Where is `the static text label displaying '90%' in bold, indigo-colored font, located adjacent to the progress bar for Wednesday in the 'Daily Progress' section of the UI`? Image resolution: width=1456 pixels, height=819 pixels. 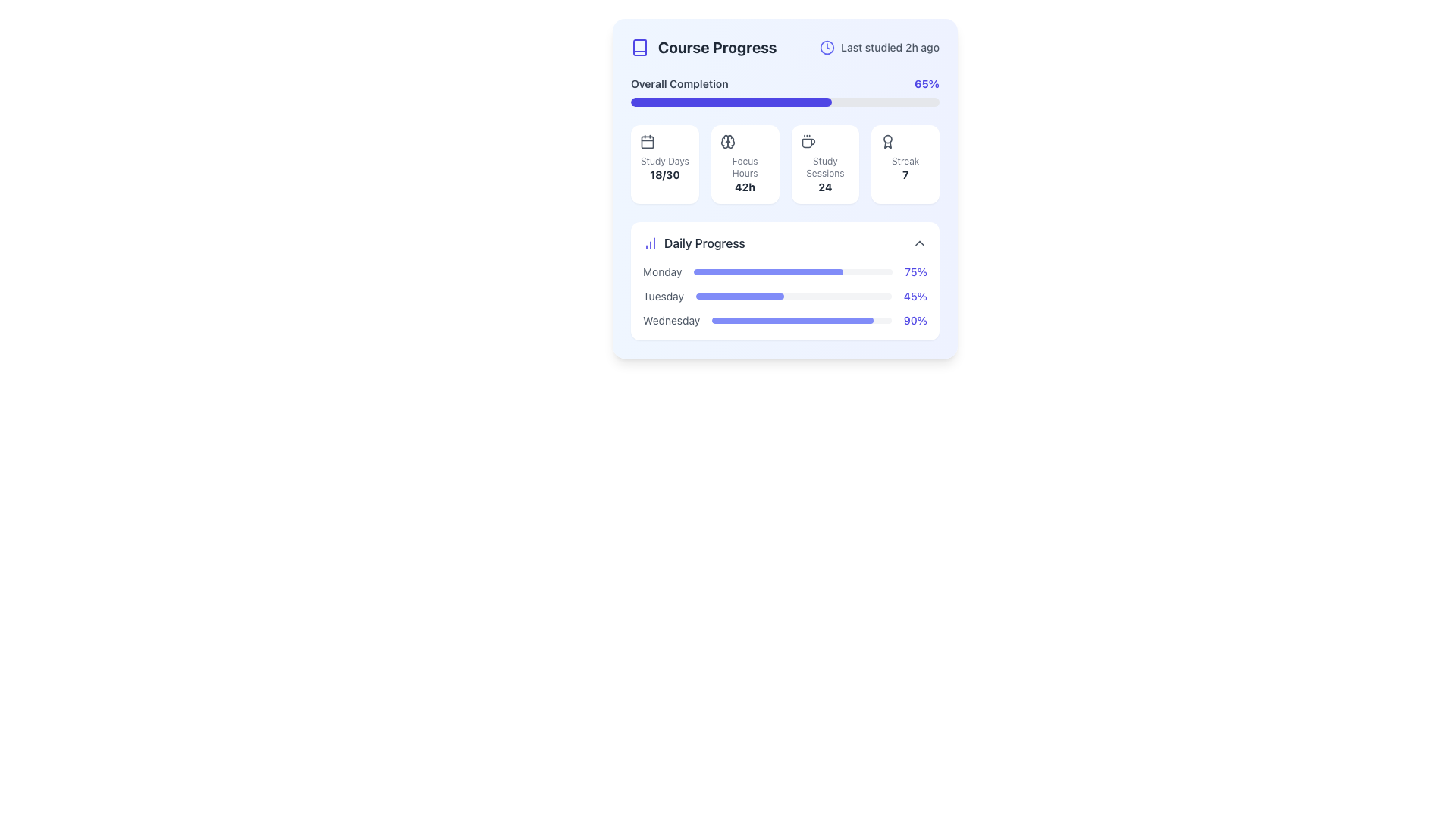 the static text label displaying '90%' in bold, indigo-colored font, located adjacent to the progress bar for Wednesday in the 'Daily Progress' section of the UI is located at coordinates (915, 320).